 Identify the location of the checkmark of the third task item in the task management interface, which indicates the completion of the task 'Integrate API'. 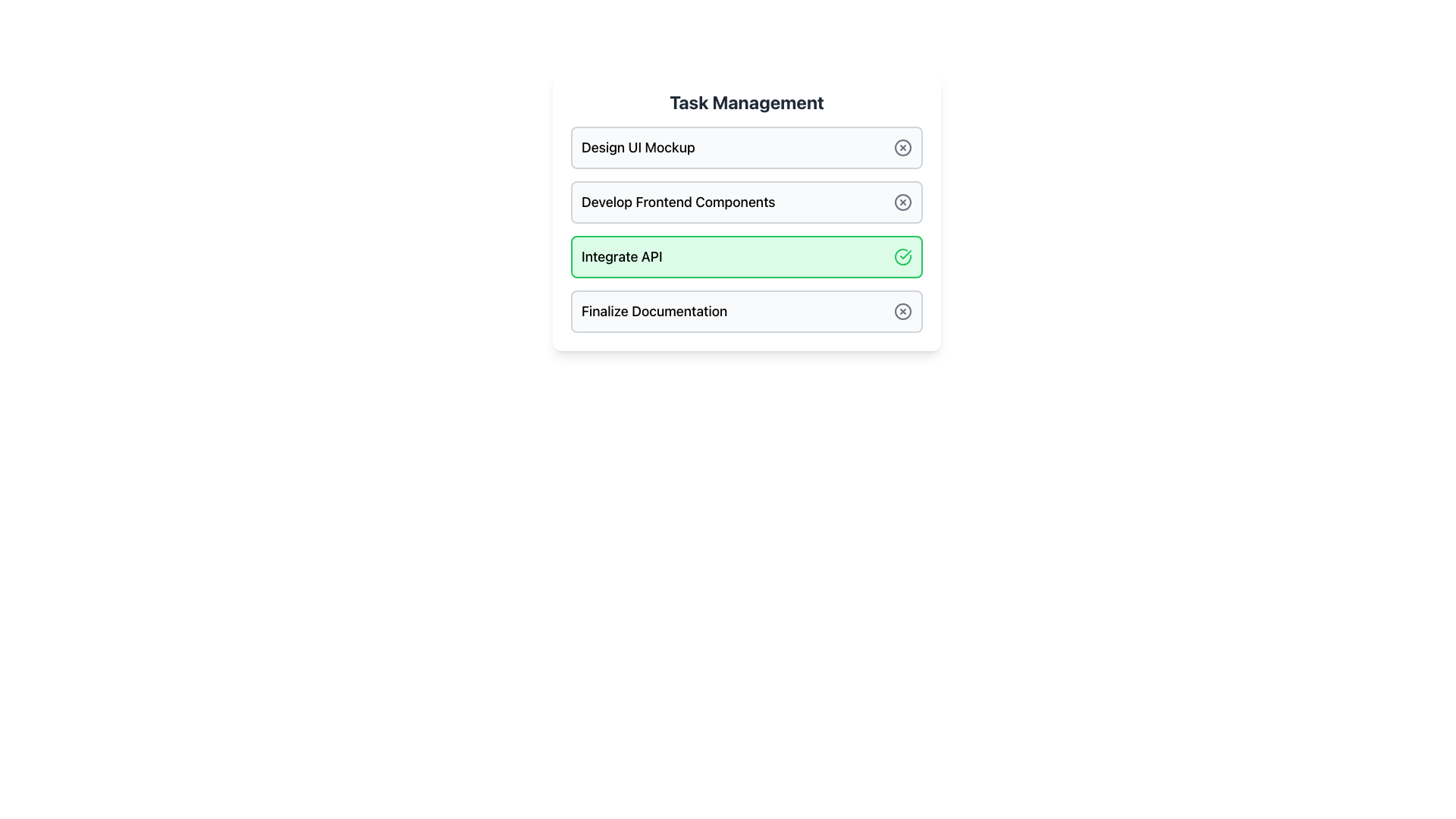
(746, 230).